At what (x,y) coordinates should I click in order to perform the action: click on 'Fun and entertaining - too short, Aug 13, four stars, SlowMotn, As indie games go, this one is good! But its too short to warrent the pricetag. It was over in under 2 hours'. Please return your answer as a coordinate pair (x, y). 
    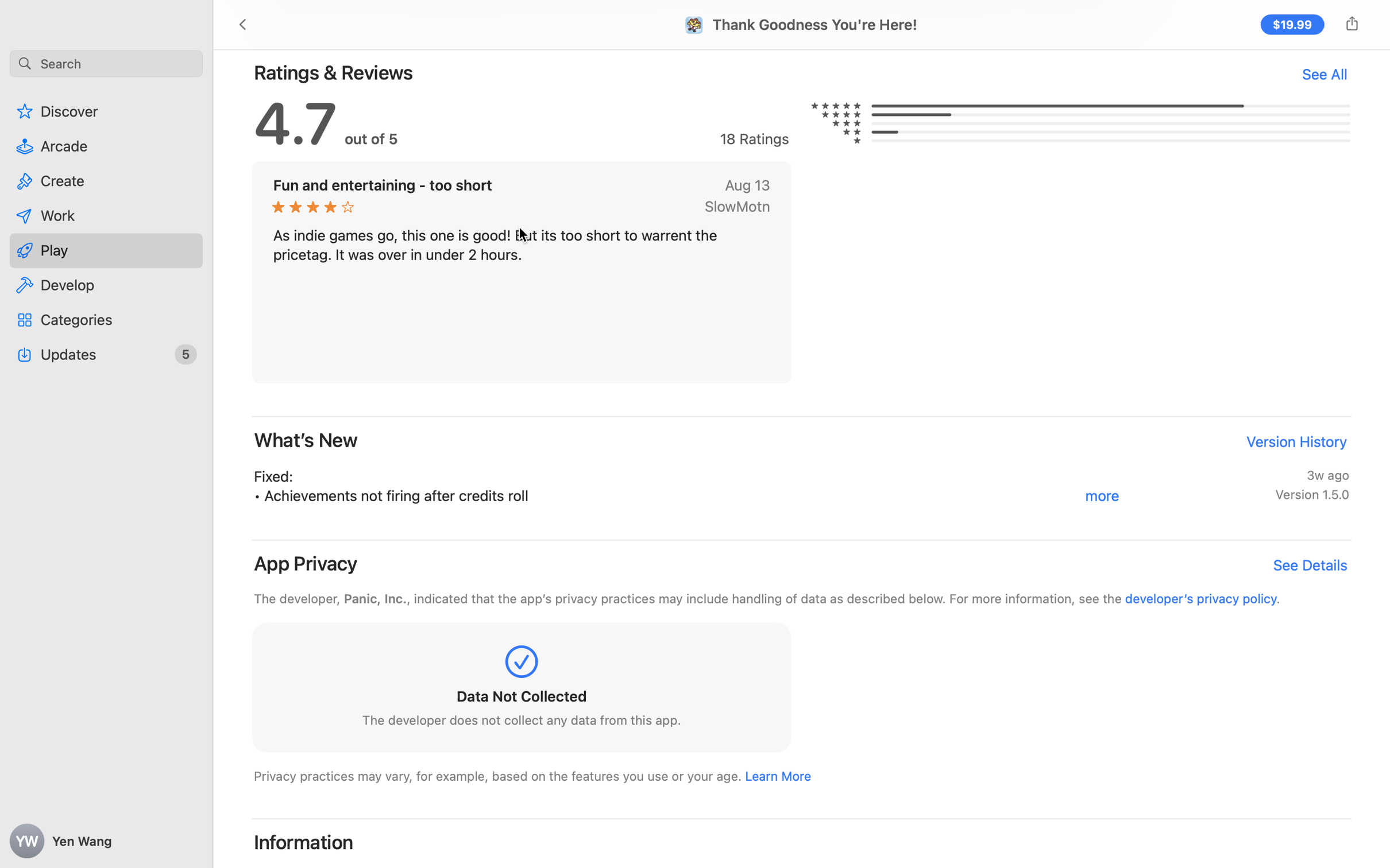
    Looking at the image, I should click on (521, 272).